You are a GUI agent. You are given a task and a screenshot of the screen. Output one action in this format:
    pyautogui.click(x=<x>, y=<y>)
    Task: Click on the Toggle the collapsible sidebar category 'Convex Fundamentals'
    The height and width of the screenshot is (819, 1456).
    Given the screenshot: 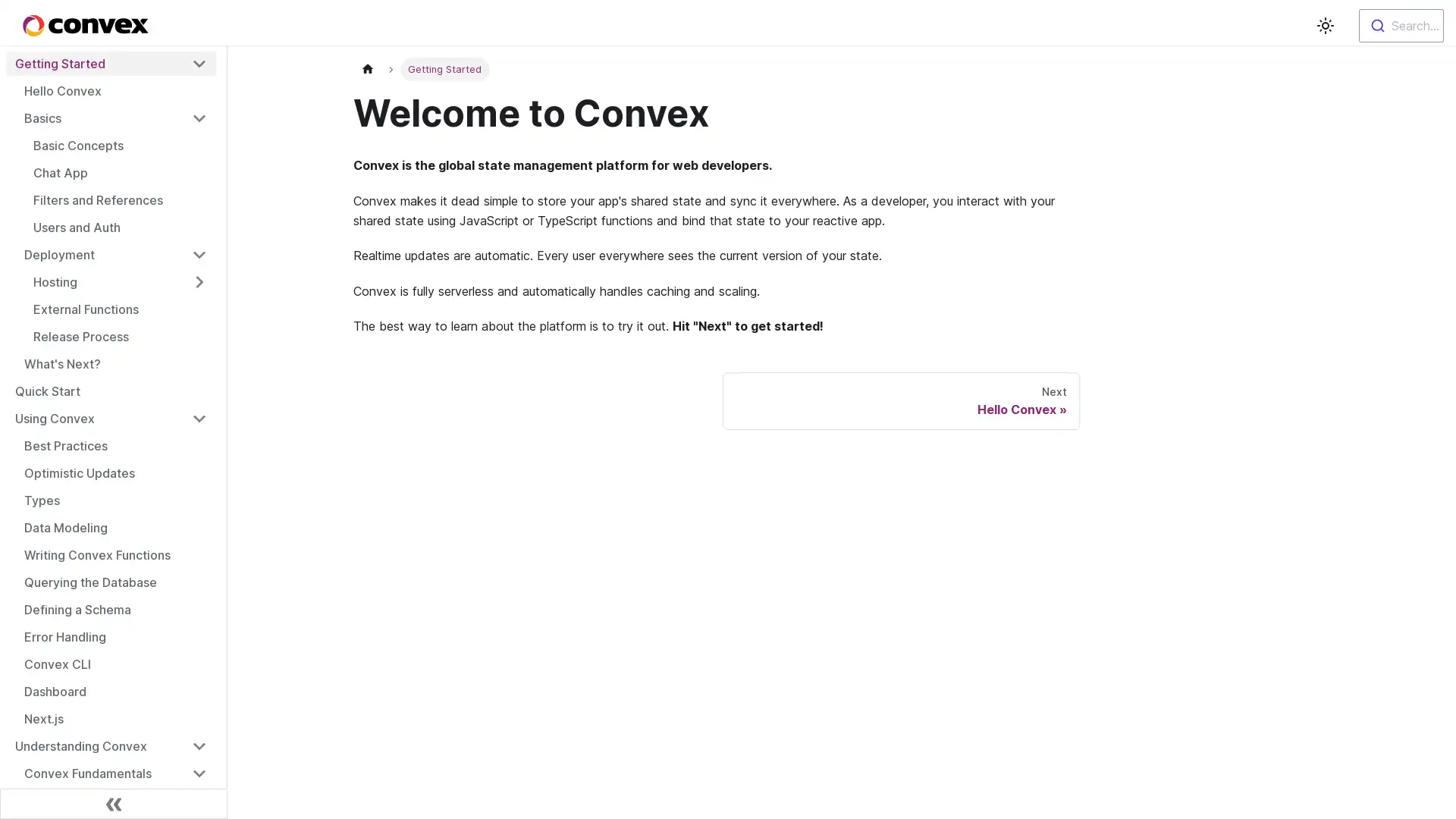 What is the action you would take?
    pyautogui.click(x=199, y=773)
    